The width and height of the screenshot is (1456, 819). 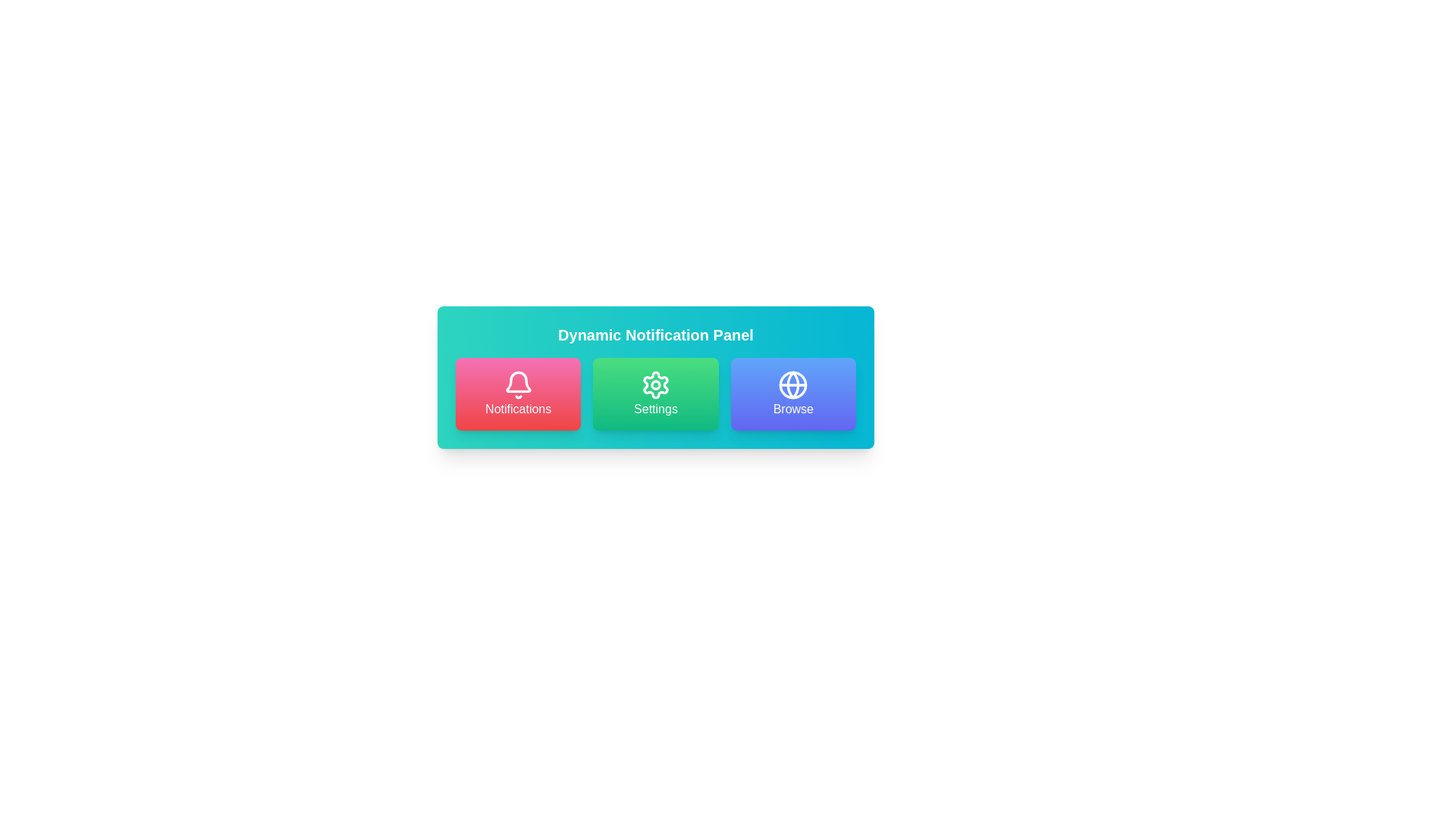 What do you see at coordinates (655, 409) in the screenshot?
I see `the 'Settings' text label, which is styled in white on a green gradient background and is located below a gear icon, indicating its association with configuration settings` at bounding box center [655, 409].